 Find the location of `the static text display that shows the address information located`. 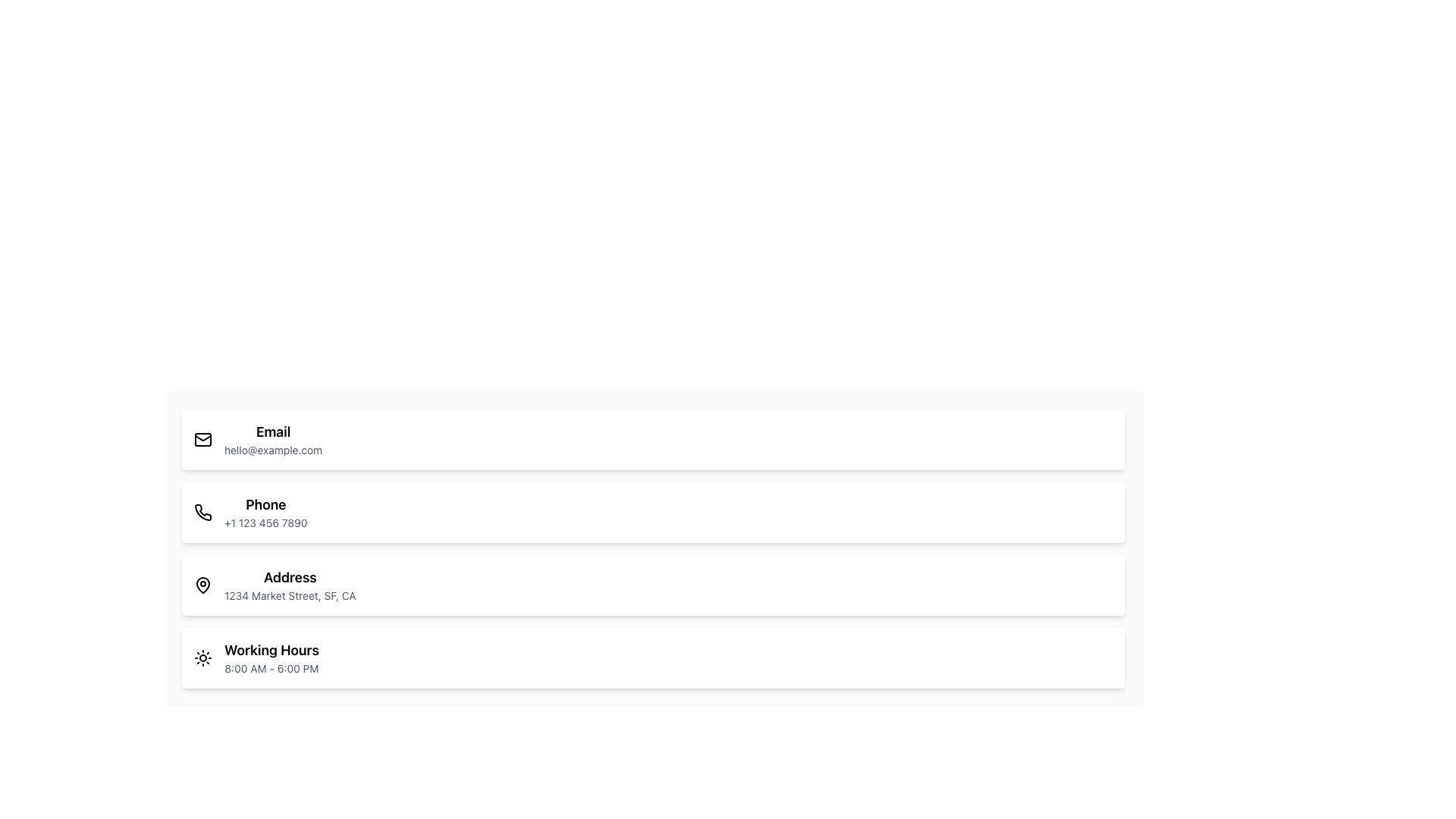

the static text display that shows the address information located is located at coordinates (290, 595).